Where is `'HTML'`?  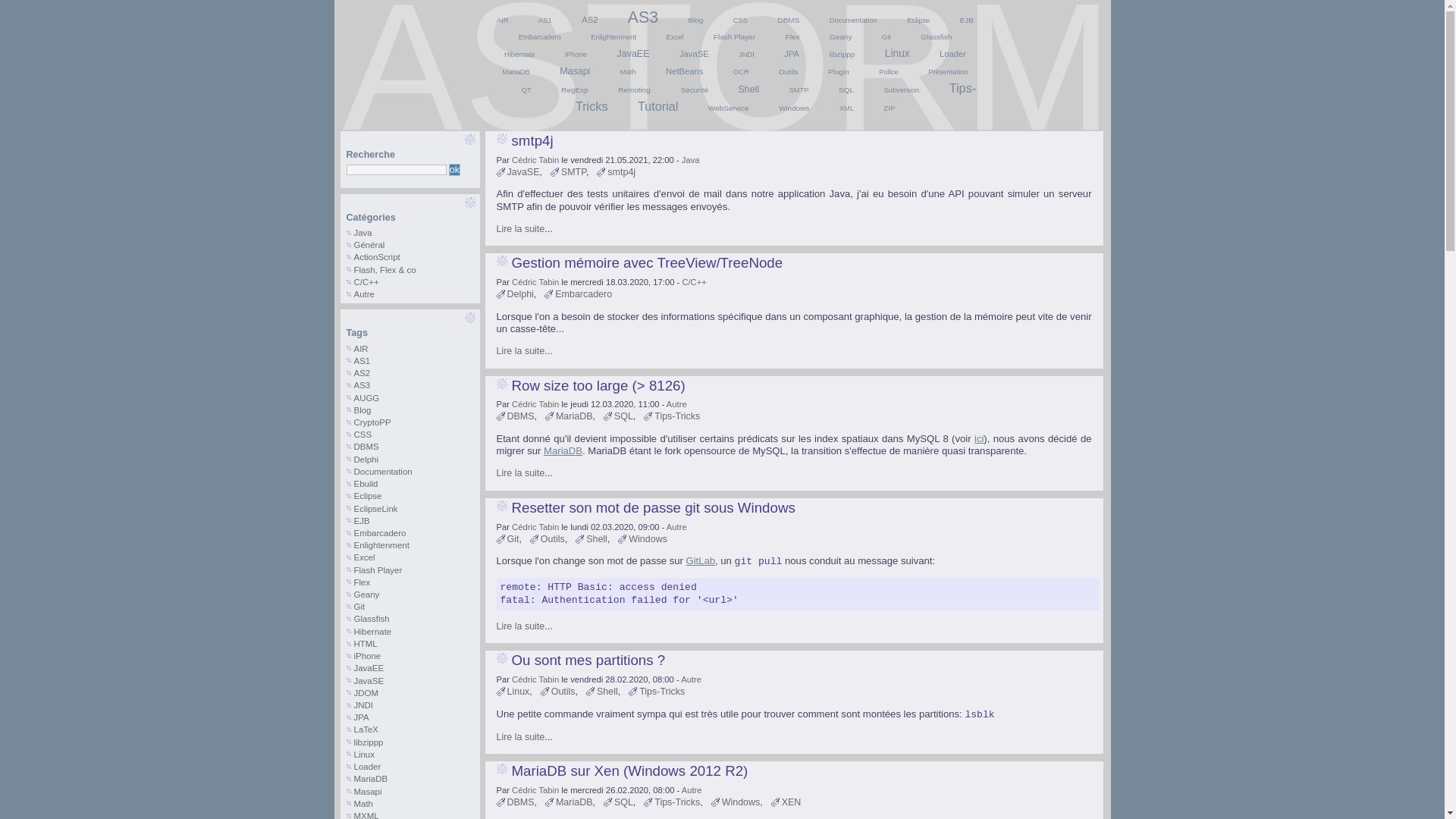 'HTML' is located at coordinates (365, 643).